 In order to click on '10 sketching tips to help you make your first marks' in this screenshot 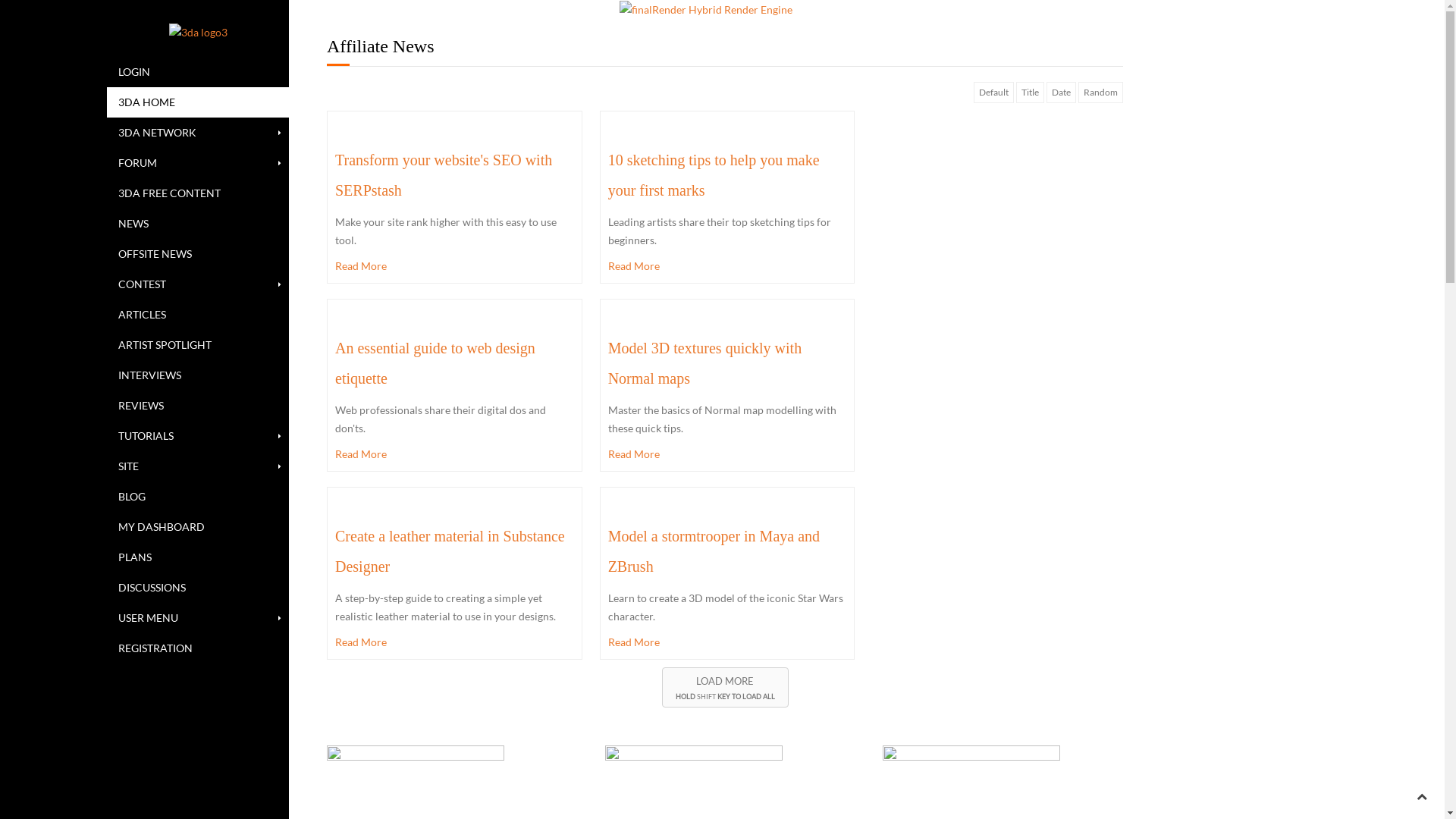, I will do `click(607, 174)`.